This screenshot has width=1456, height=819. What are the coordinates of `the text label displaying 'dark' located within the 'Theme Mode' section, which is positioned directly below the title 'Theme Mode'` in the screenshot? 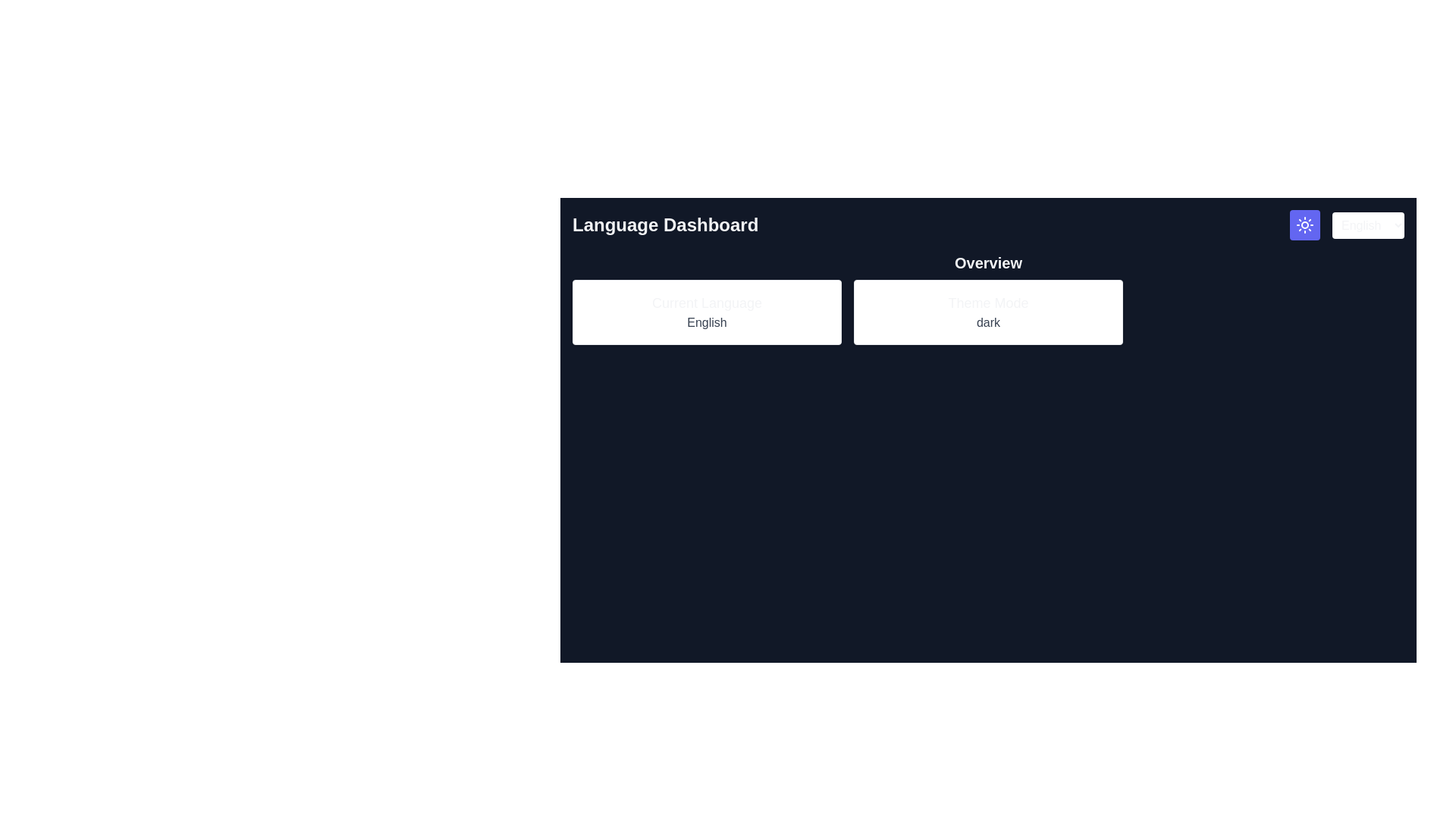 It's located at (988, 322).